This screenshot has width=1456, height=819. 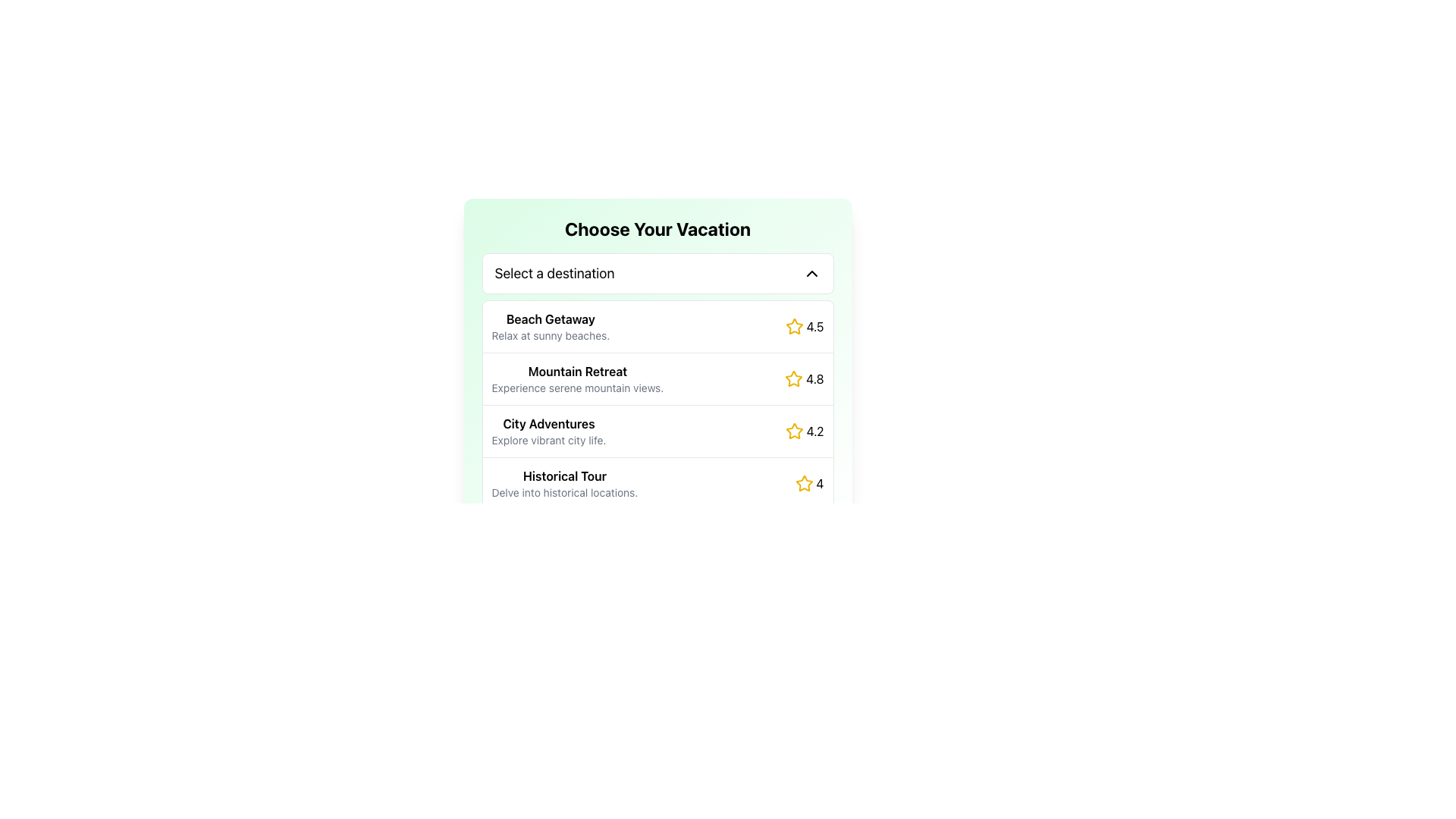 What do you see at coordinates (550, 326) in the screenshot?
I see `the List item titled 'Beach Getaway' with the subtitle 'Relax at sunny beaches.'` at bounding box center [550, 326].